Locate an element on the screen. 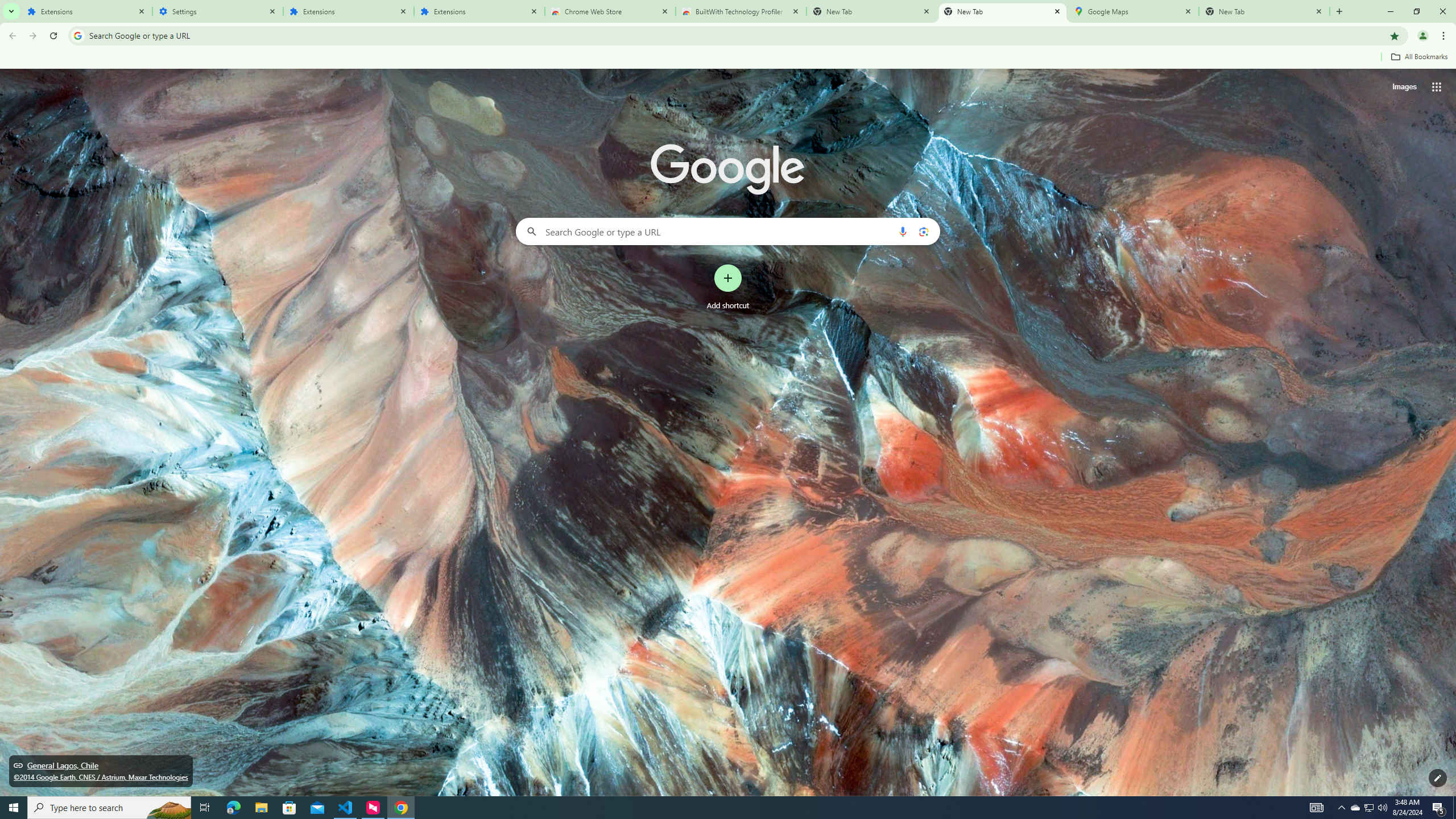 The height and width of the screenshot is (819, 1456). 'Extensions' is located at coordinates (86, 11).